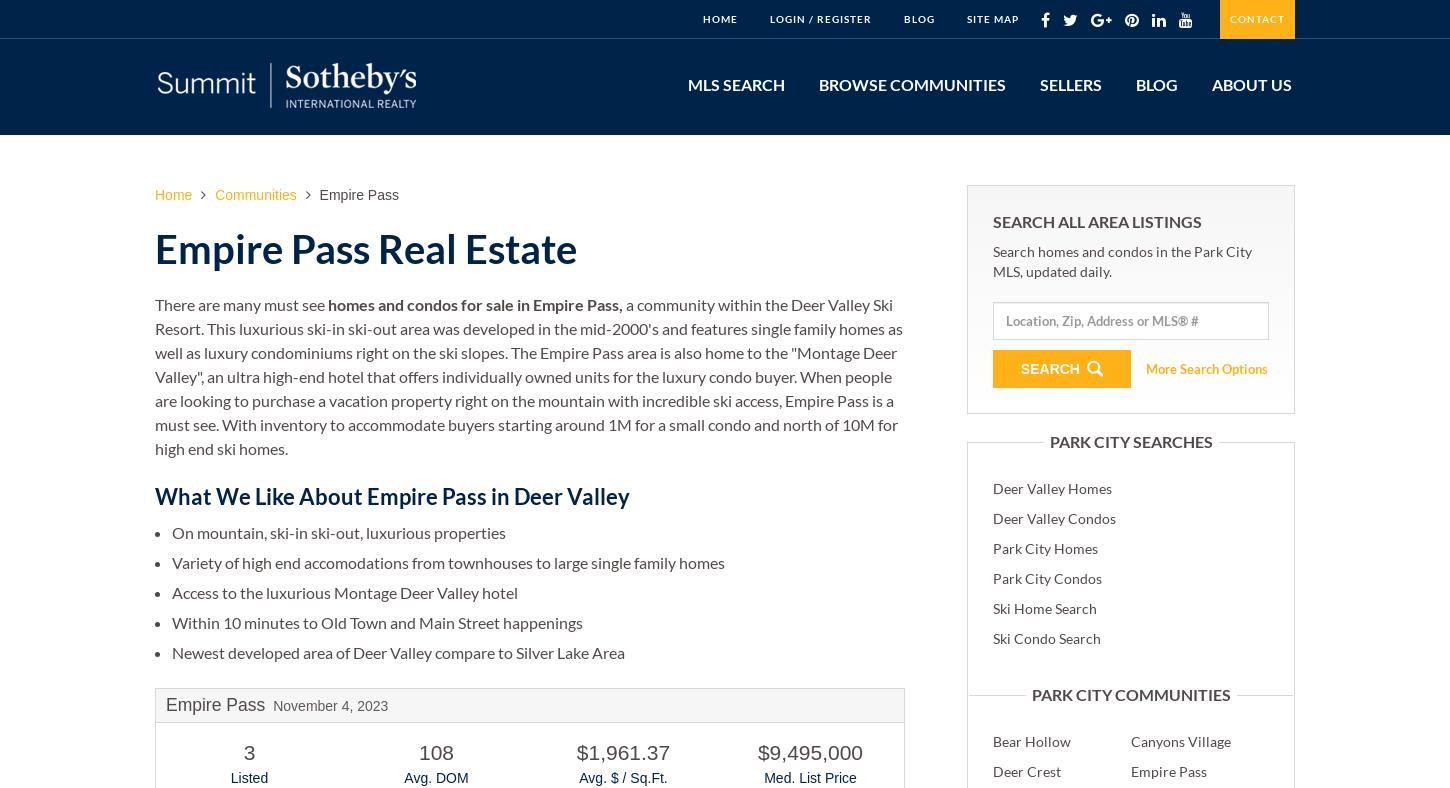  What do you see at coordinates (809, 777) in the screenshot?
I see `'Med. List Price'` at bounding box center [809, 777].